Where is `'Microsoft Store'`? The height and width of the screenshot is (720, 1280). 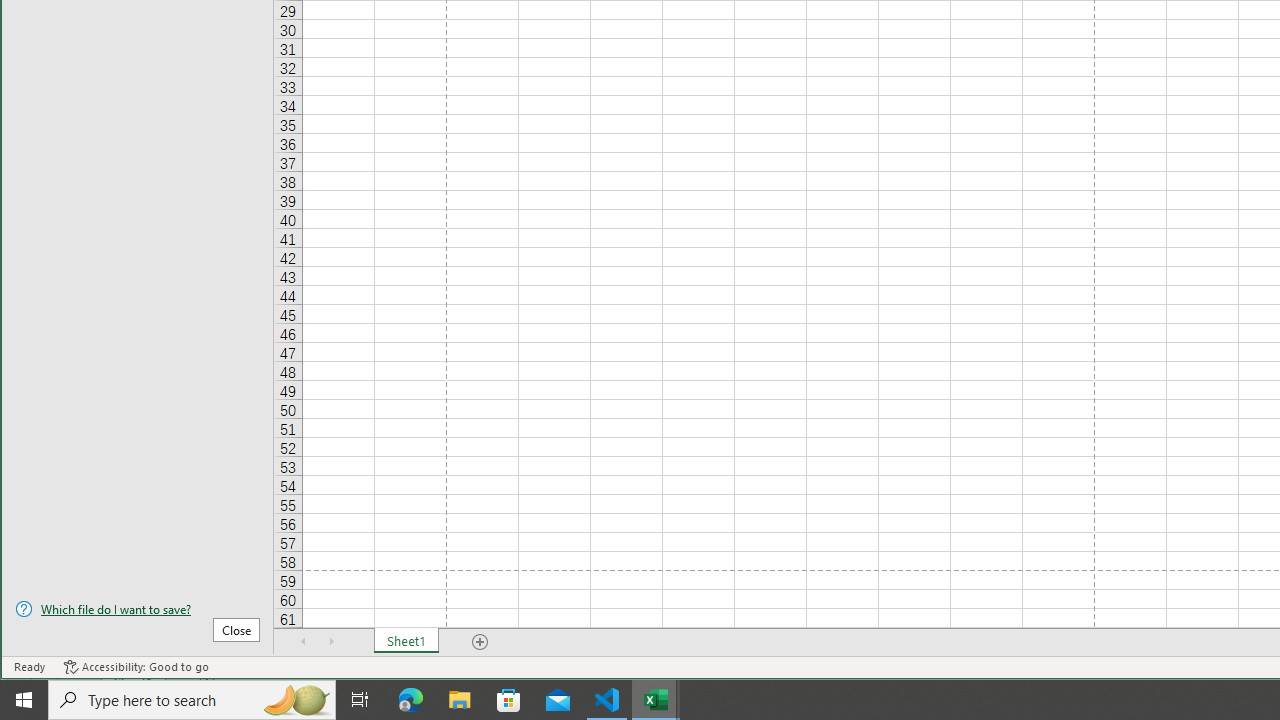 'Microsoft Store' is located at coordinates (509, 698).